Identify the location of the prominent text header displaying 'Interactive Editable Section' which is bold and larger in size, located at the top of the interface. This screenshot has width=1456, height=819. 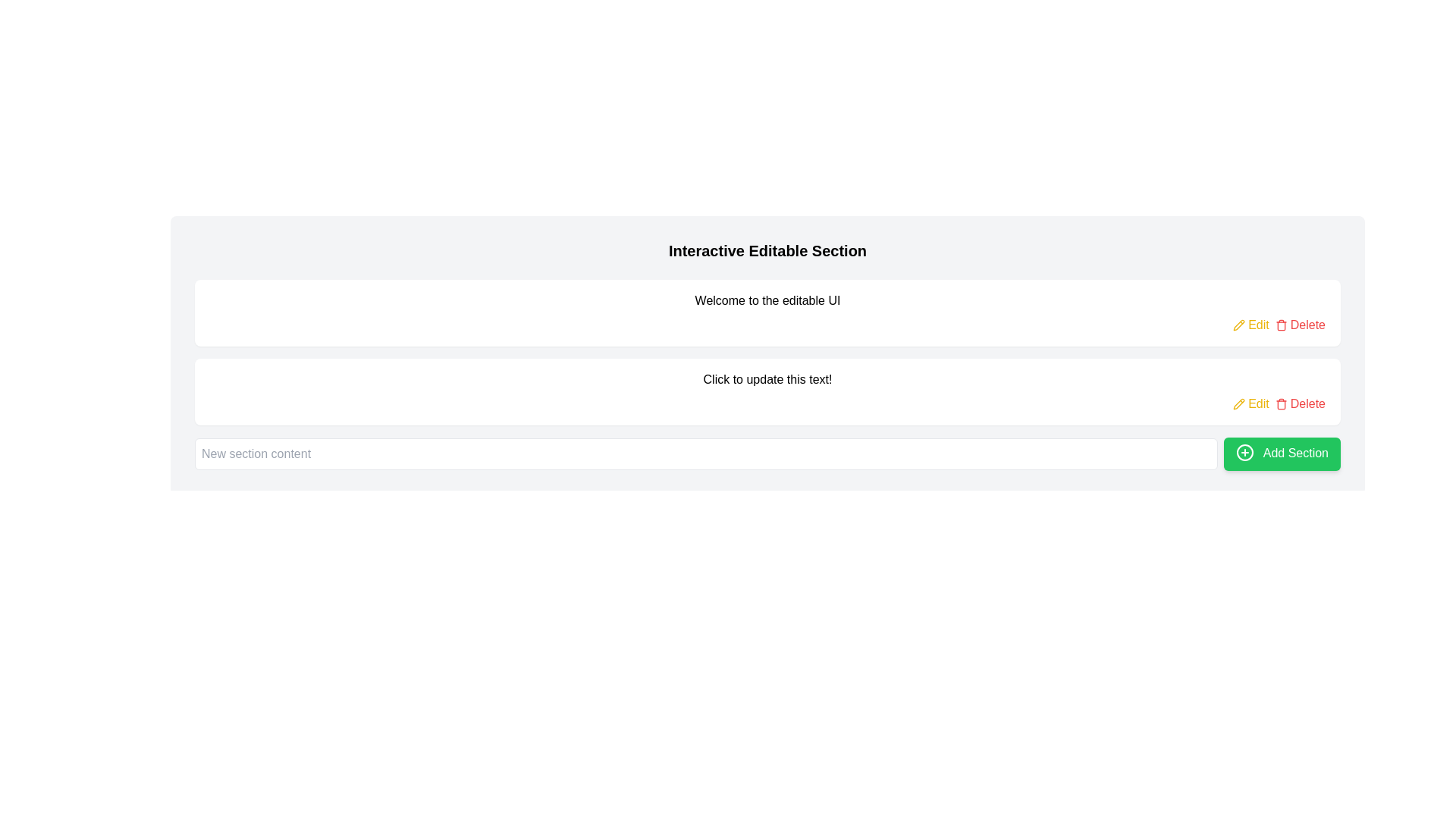
(767, 250).